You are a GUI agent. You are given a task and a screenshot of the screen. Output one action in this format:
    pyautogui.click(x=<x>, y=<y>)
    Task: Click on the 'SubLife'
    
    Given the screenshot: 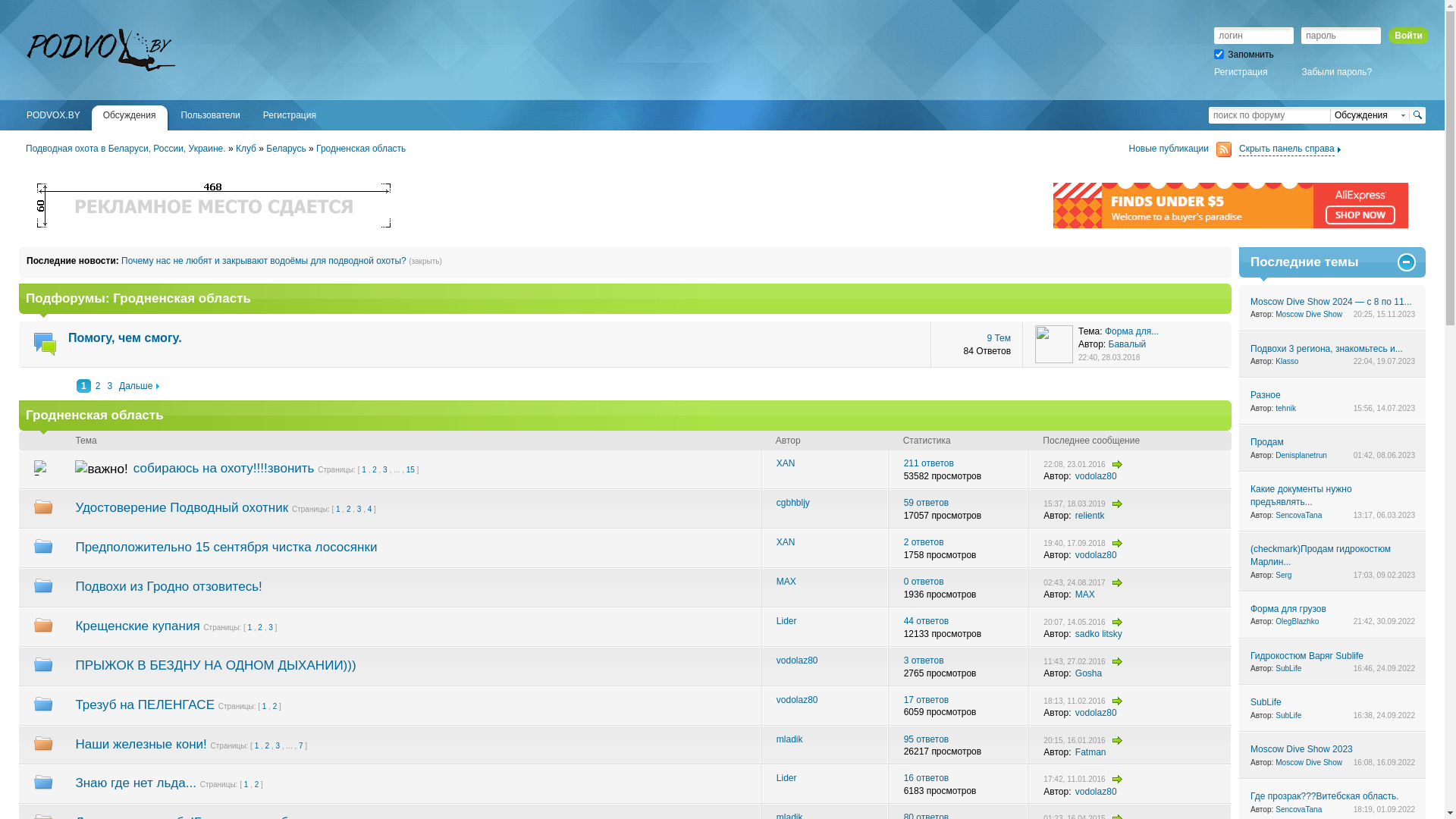 What is the action you would take?
    pyautogui.click(x=1266, y=701)
    